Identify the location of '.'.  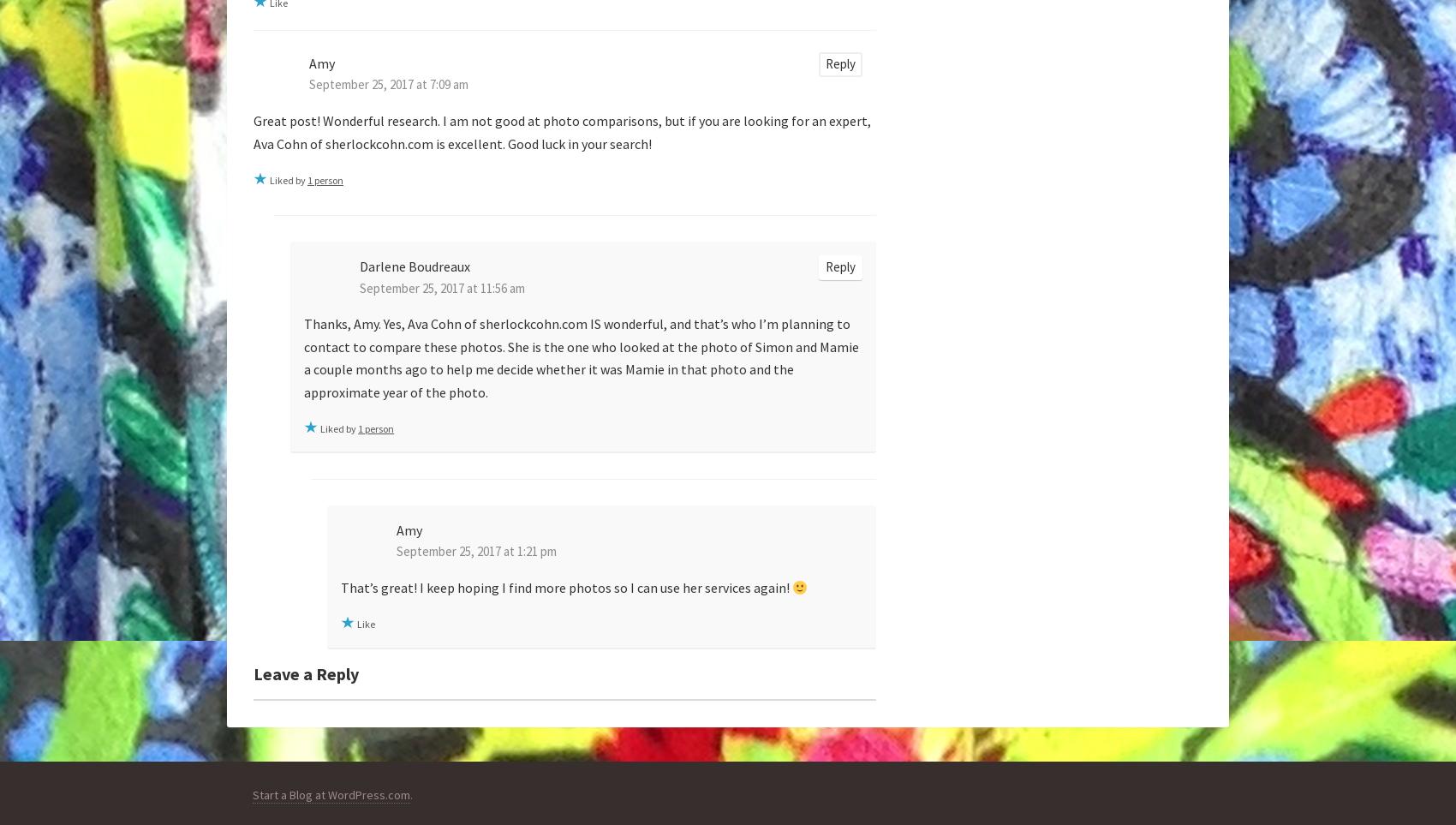
(411, 795).